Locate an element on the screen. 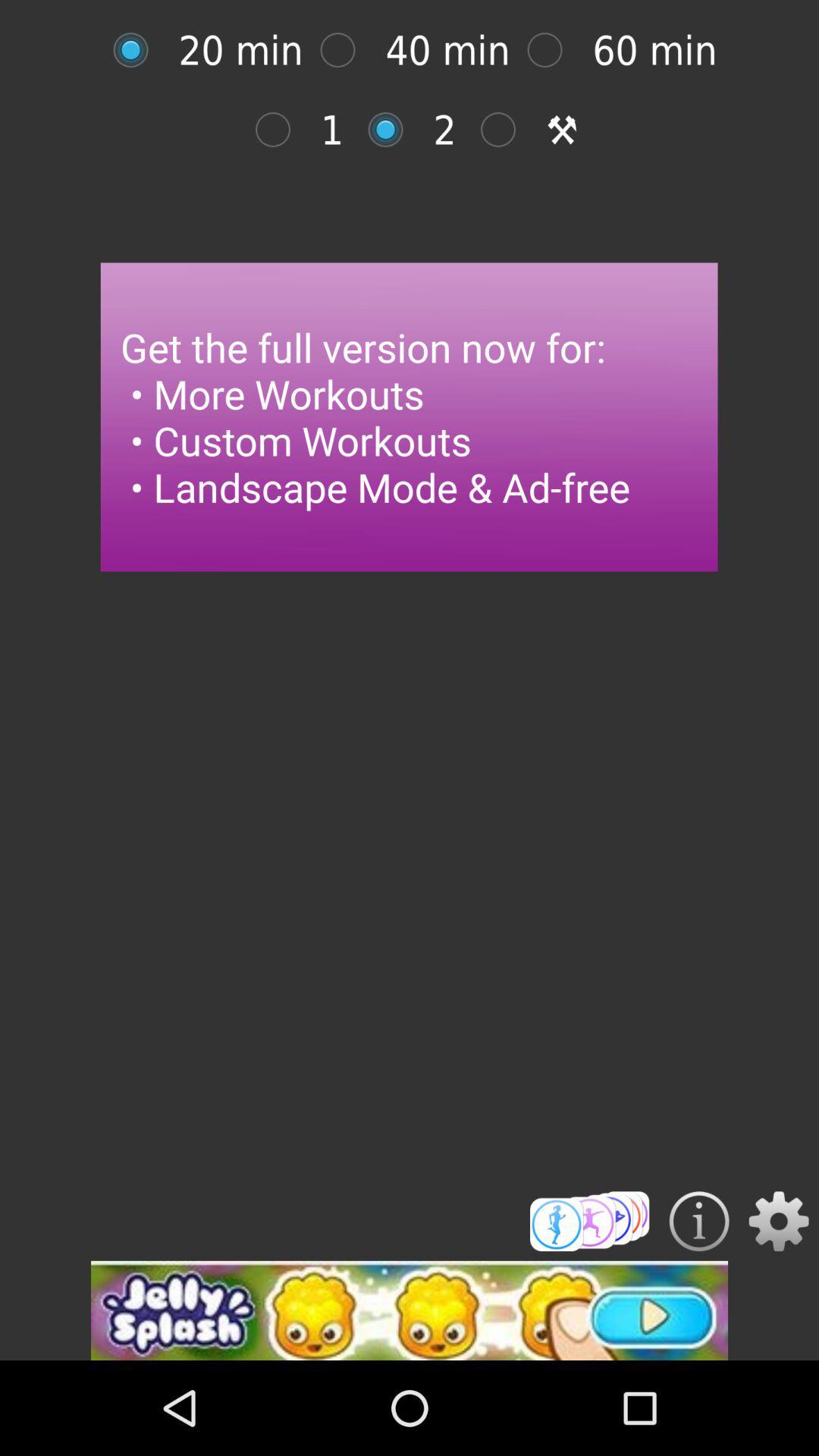  workout is located at coordinates (588, 1221).